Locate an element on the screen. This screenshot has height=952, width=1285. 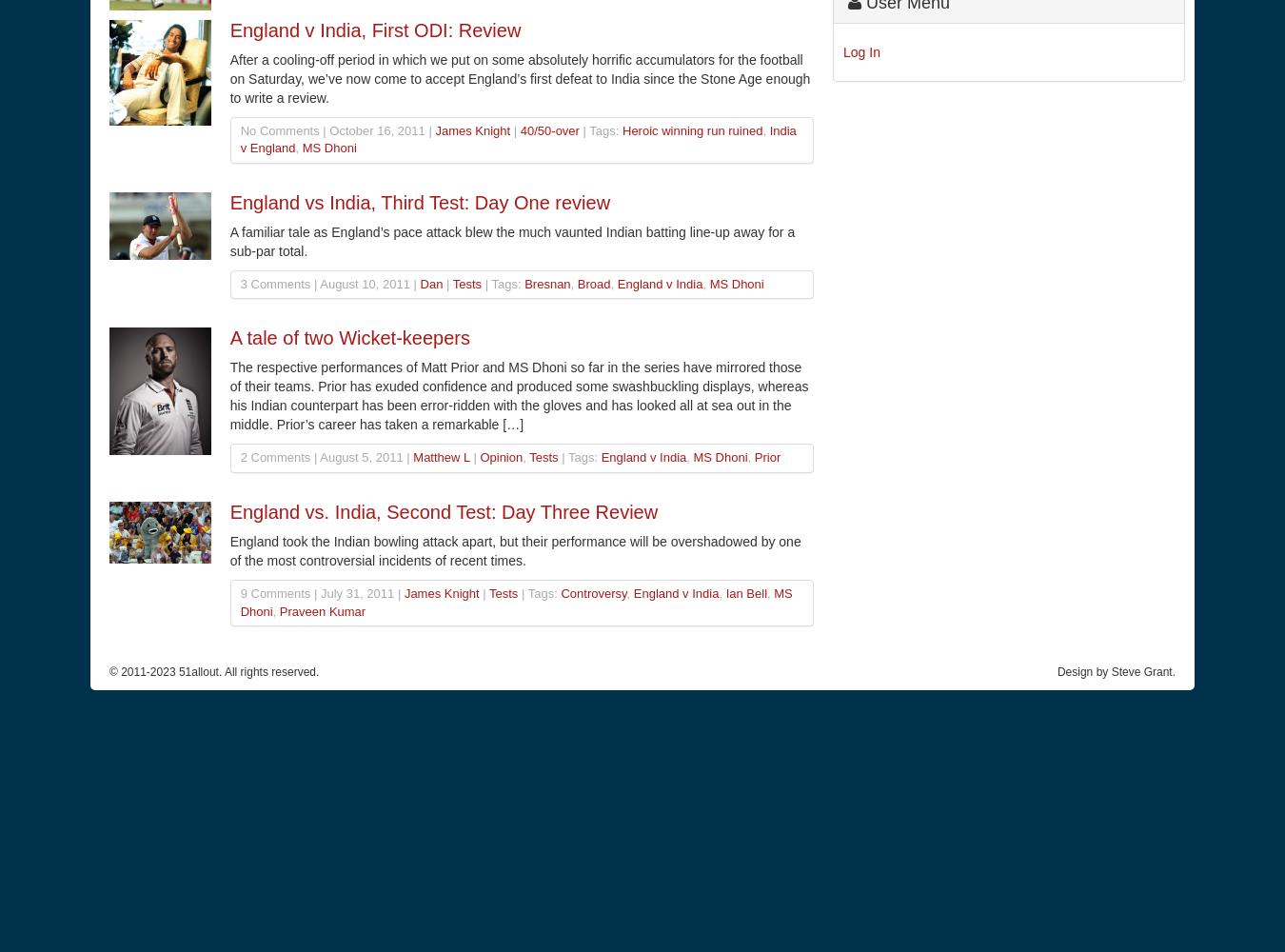
'Broad' is located at coordinates (593, 283).